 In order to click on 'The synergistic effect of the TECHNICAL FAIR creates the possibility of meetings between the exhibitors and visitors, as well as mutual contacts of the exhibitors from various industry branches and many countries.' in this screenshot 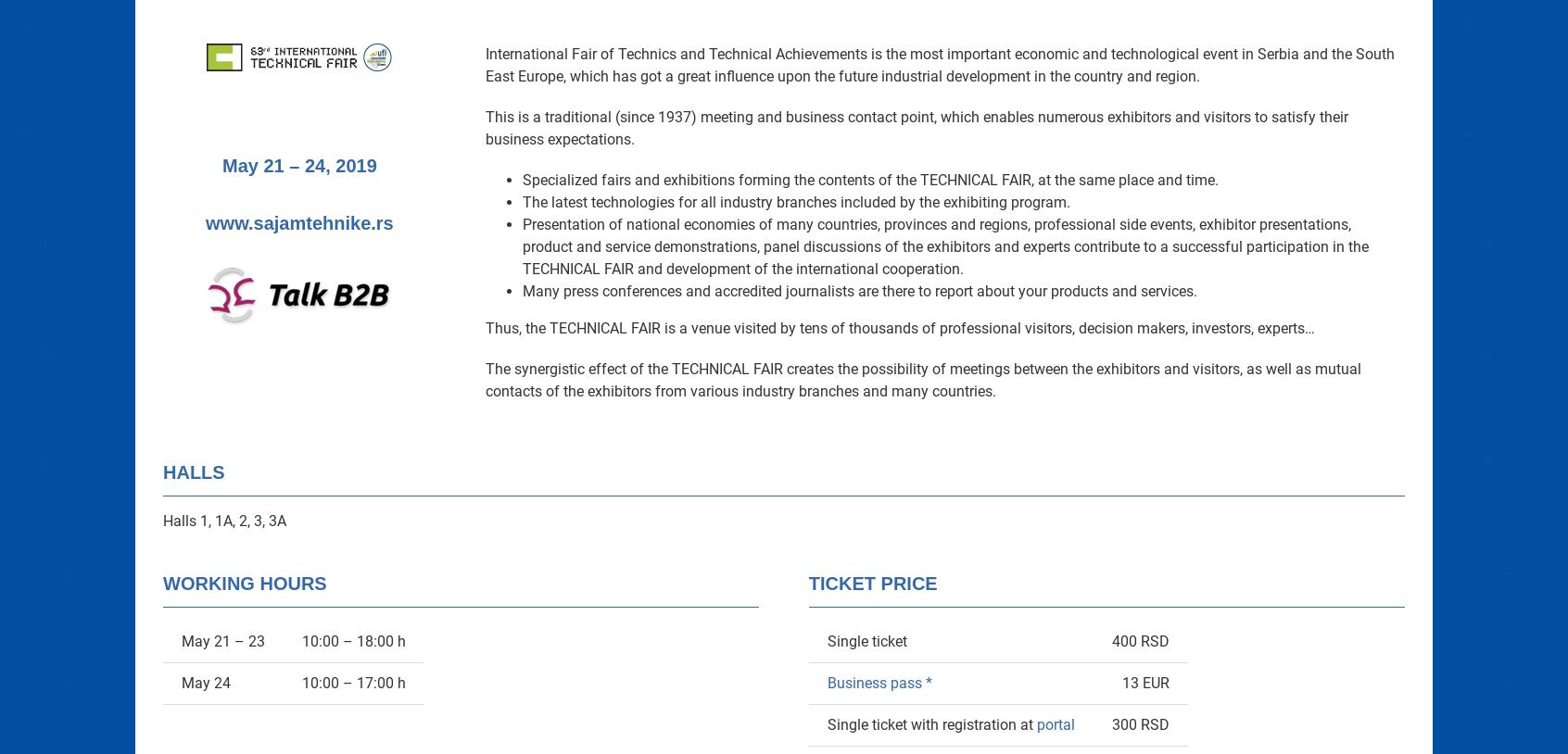, I will do `click(922, 379)`.